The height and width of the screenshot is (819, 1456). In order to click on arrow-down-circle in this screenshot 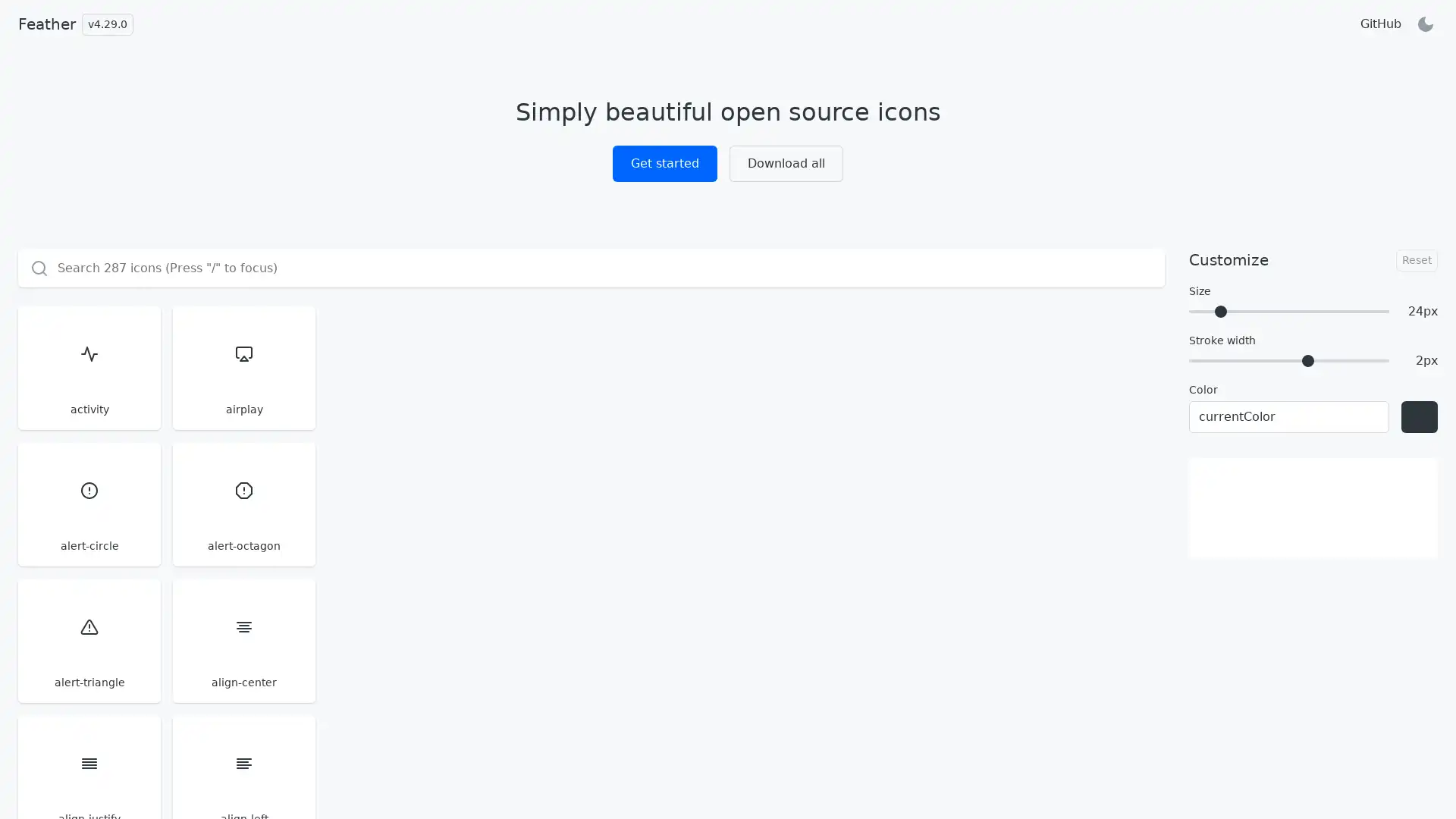, I will do `click(461, 504)`.